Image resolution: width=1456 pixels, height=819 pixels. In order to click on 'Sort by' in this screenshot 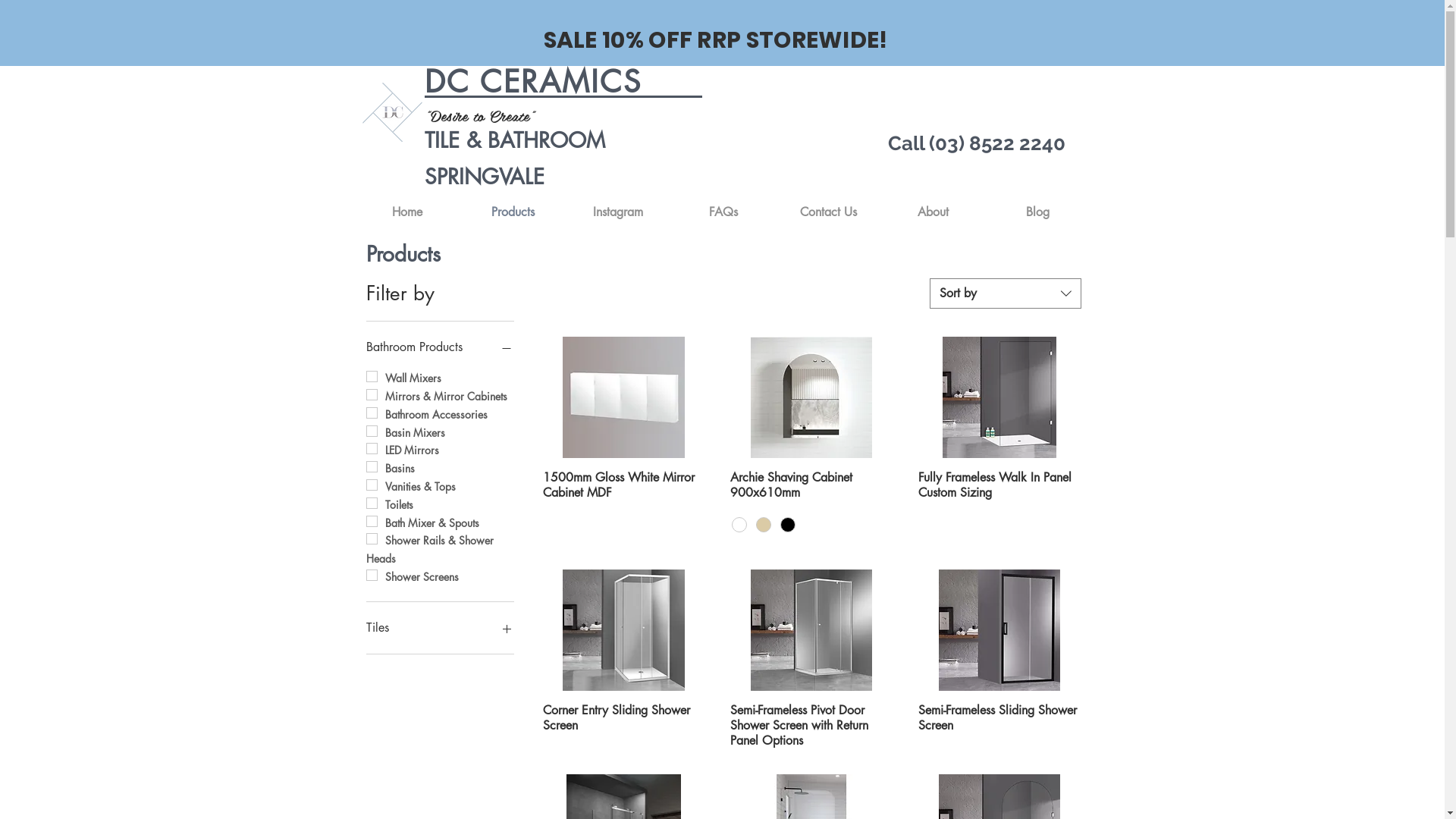, I will do `click(1005, 293)`.